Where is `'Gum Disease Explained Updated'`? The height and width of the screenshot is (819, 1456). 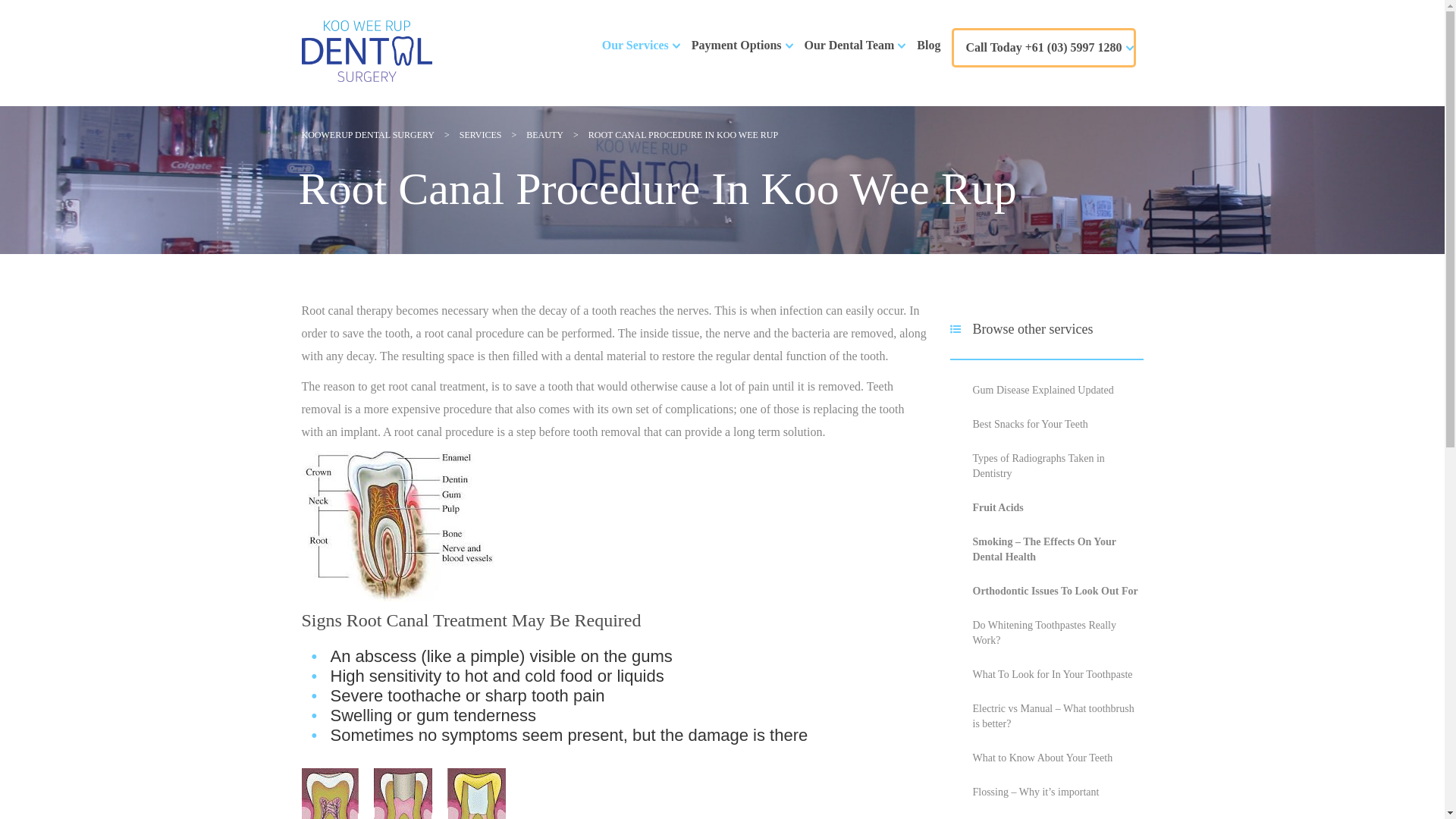 'Gum Disease Explained Updated' is located at coordinates (971, 389).